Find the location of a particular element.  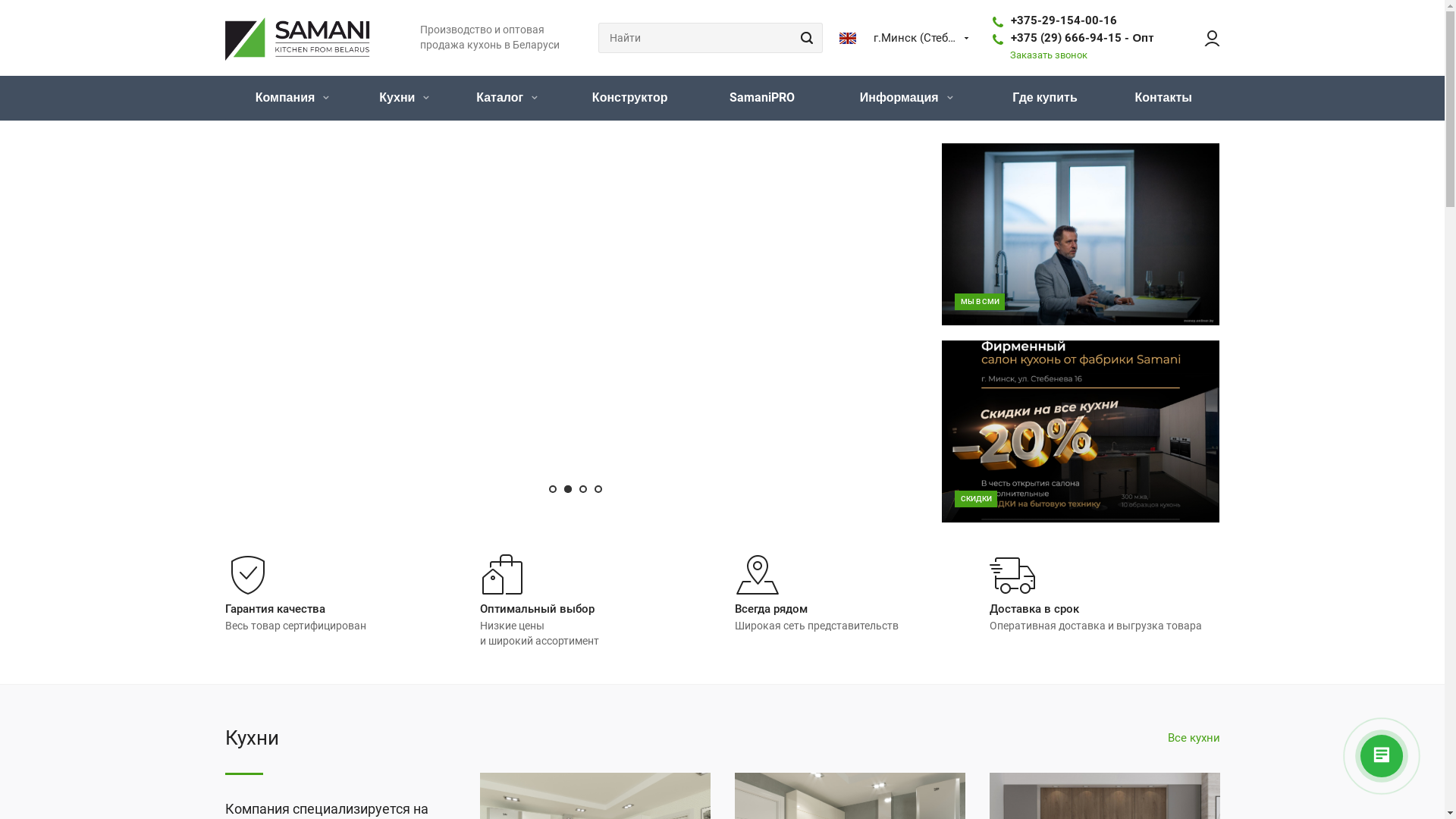

'3' is located at coordinates (578, 488).